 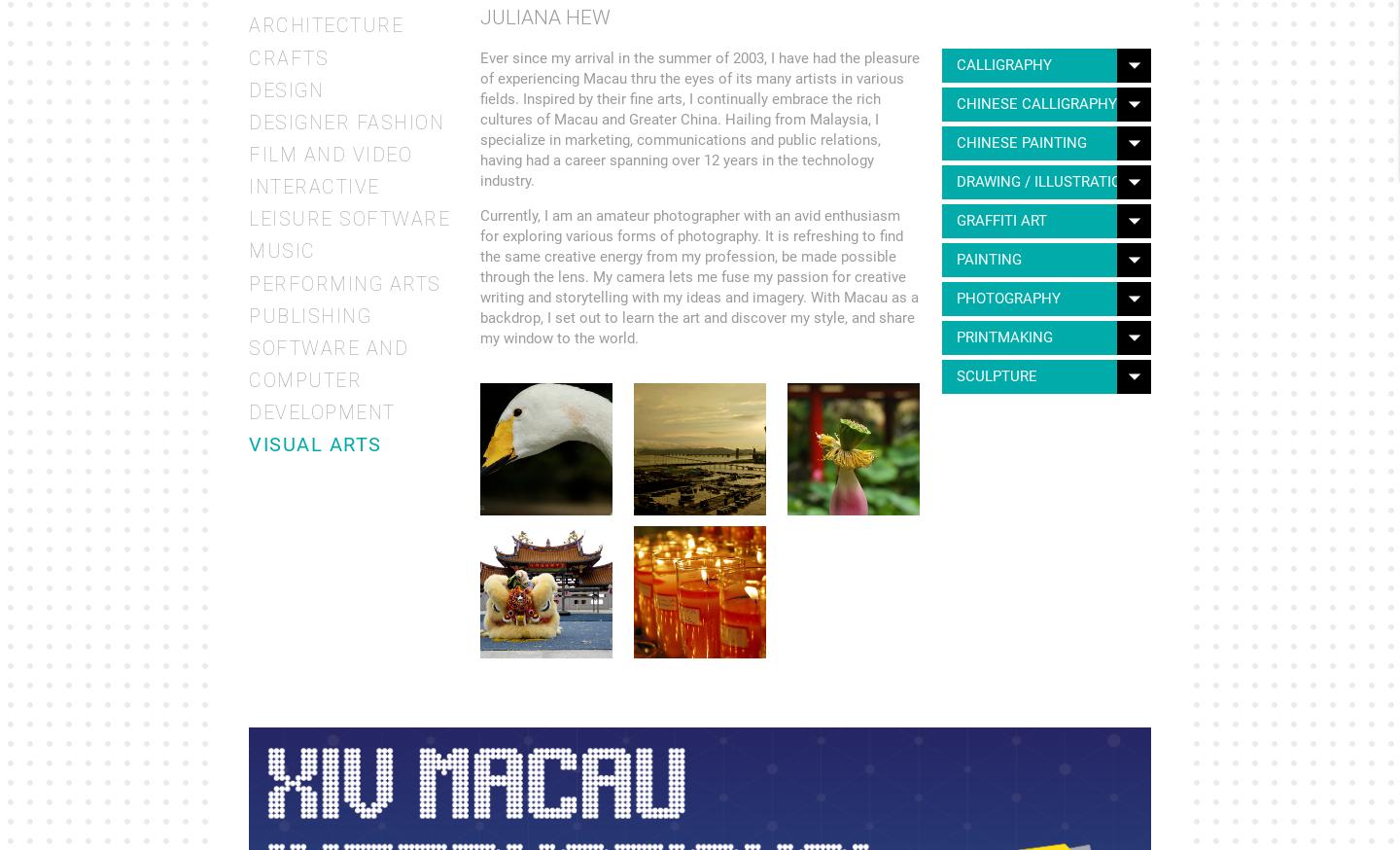 What do you see at coordinates (328, 380) in the screenshot?
I see `'Software and Computer Development'` at bounding box center [328, 380].